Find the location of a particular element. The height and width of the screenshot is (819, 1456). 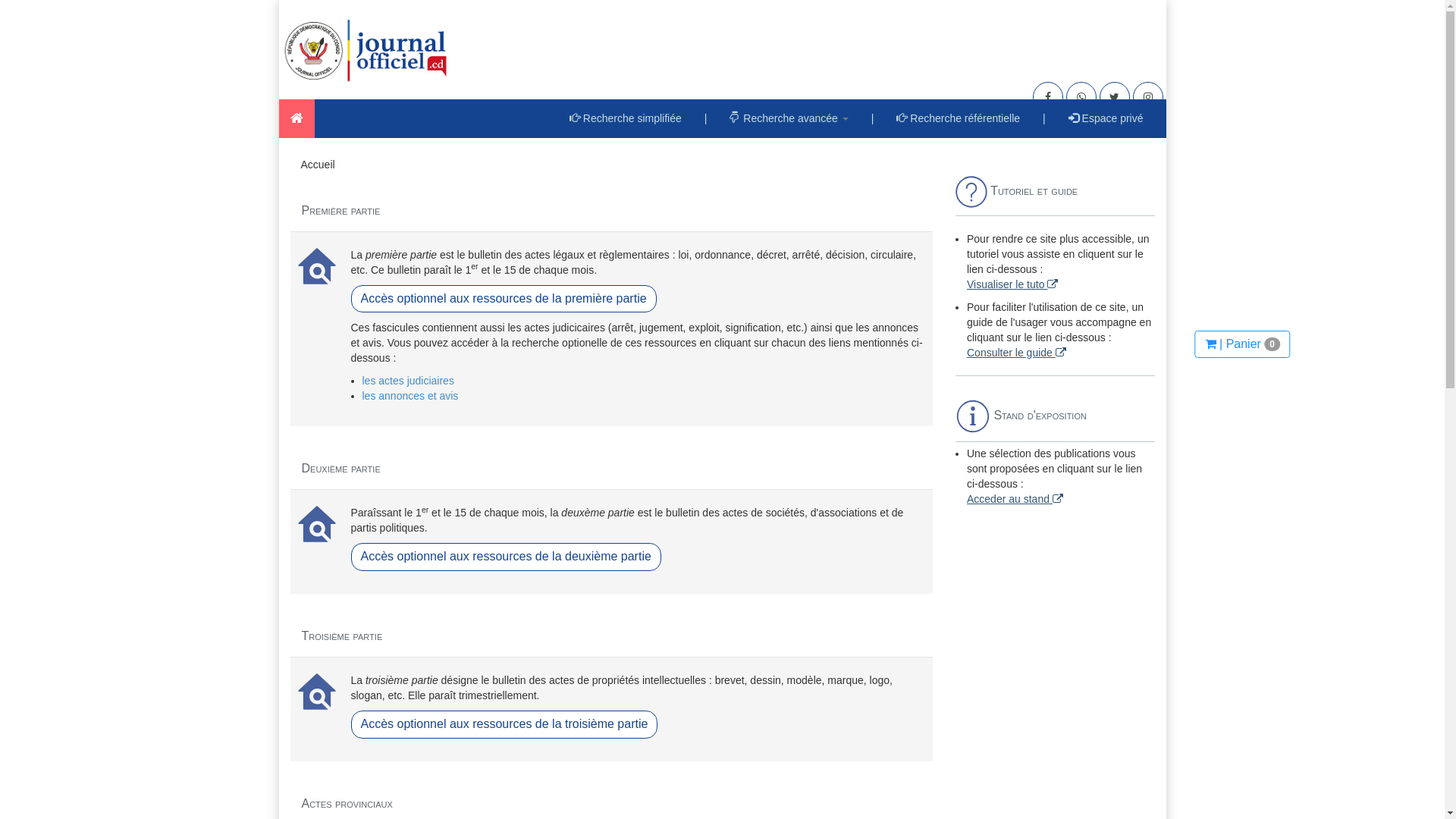

'les actes judiciaires' is located at coordinates (408, 379).